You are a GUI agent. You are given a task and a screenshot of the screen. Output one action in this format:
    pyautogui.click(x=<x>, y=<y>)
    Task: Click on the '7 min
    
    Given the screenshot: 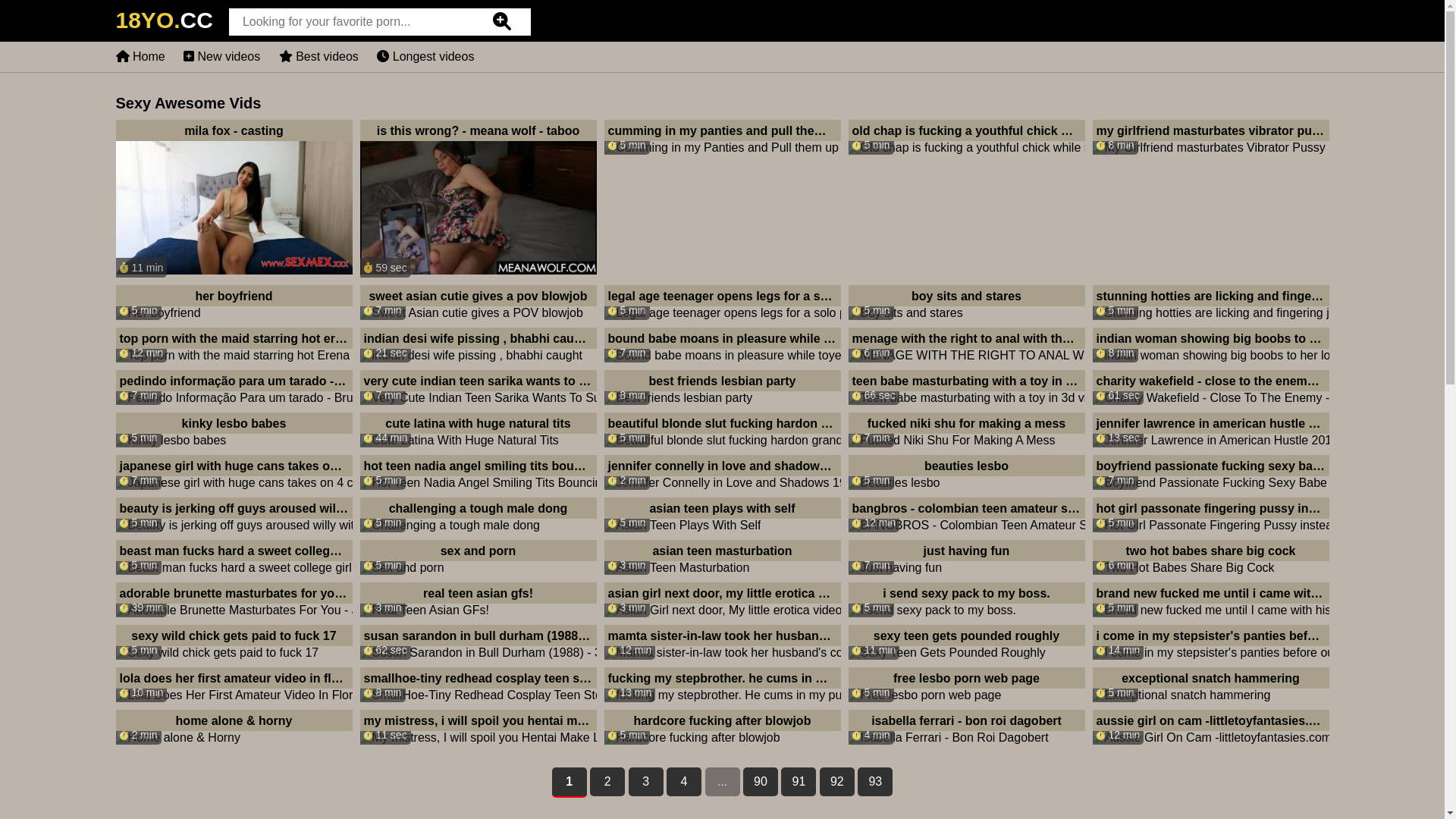 What is the action you would take?
    pyautogui.click(x=965, y=557)
    